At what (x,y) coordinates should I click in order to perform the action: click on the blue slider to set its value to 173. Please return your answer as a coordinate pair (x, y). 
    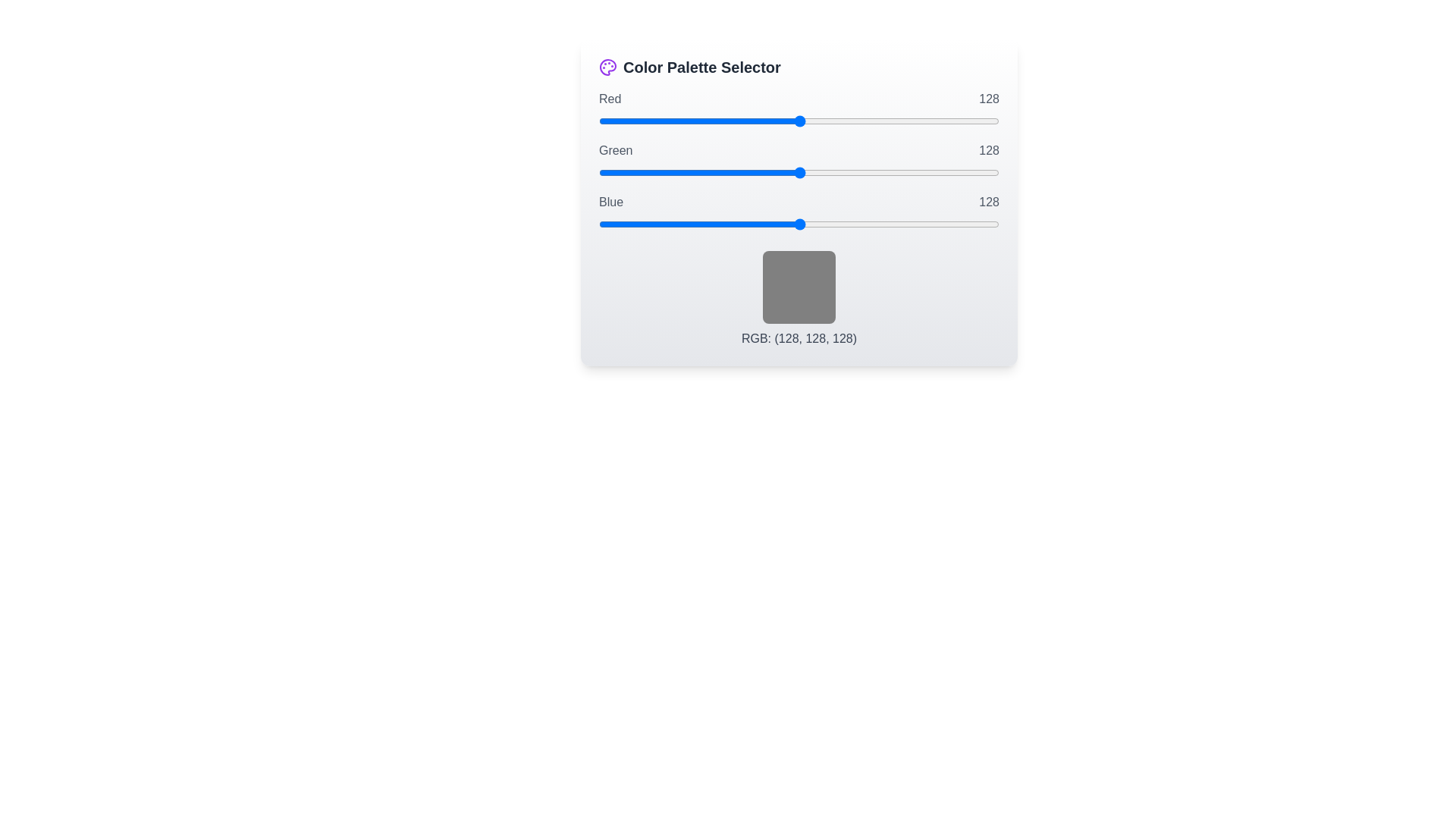
    Looking at the image, I should click on (871, 224).